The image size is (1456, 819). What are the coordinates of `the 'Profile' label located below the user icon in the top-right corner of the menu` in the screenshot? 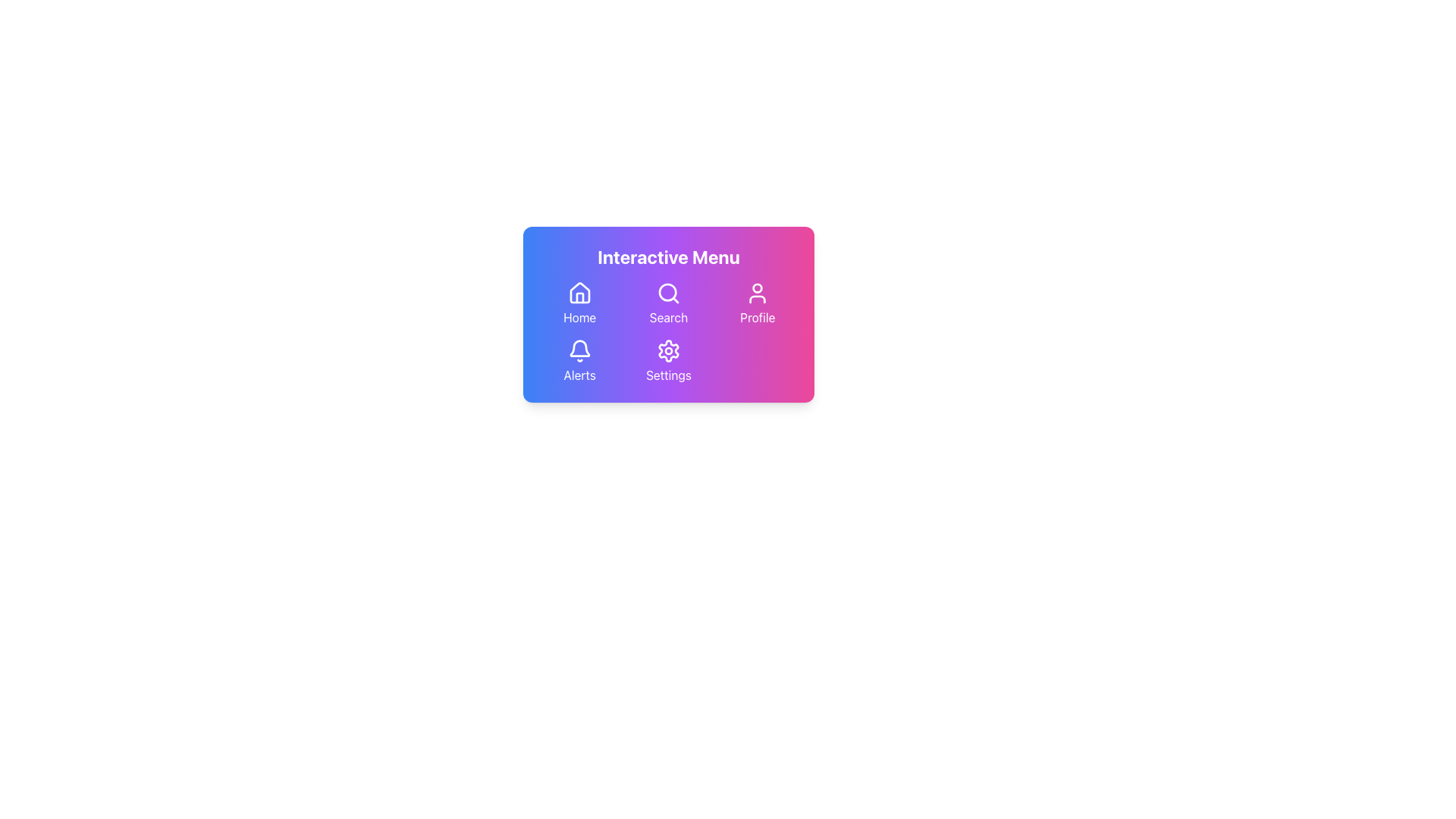 It's located at (758, 317).